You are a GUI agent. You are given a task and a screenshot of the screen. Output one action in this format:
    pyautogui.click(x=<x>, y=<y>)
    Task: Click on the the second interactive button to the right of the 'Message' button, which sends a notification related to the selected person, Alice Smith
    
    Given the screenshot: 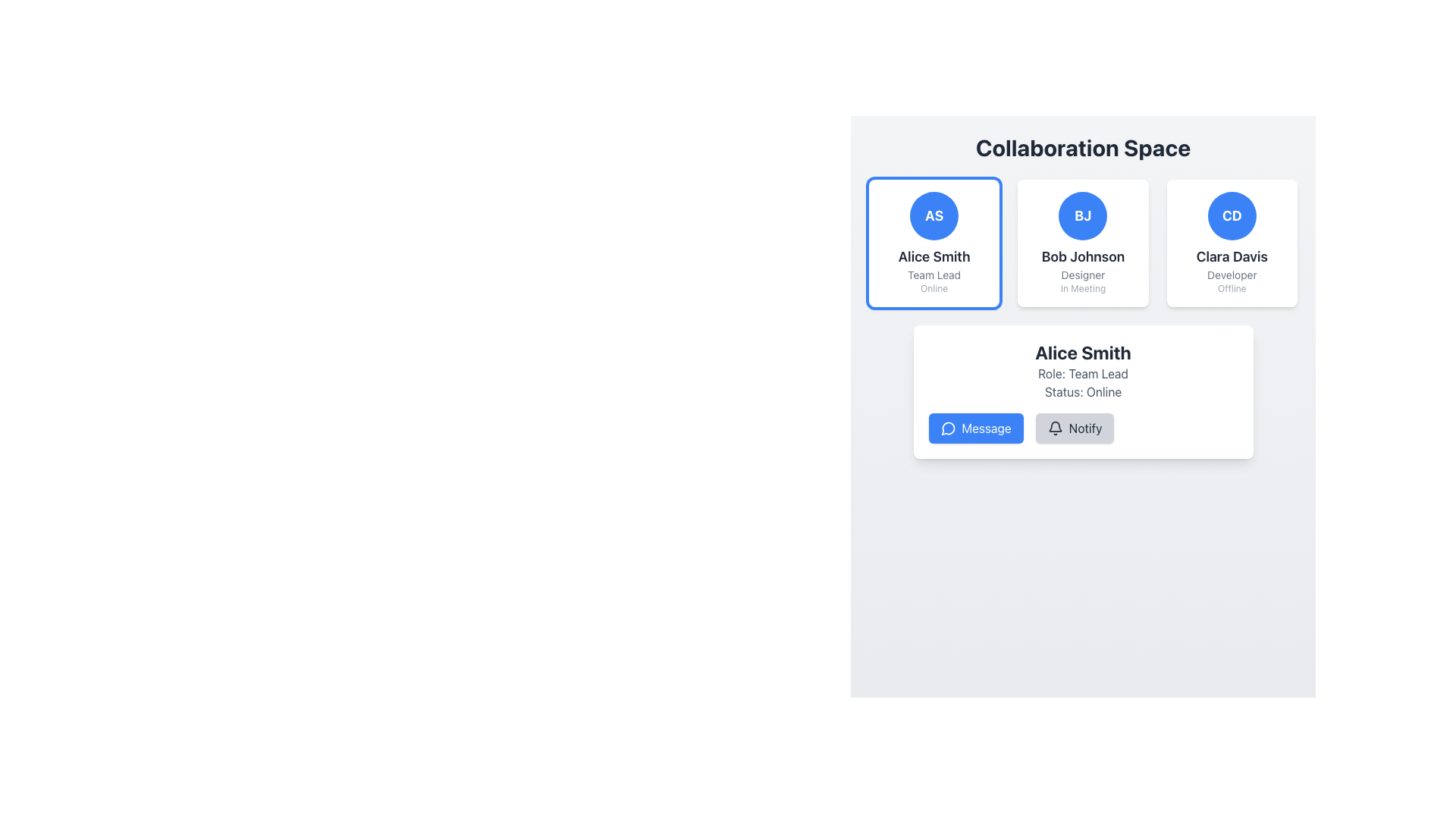 What is the action you would take?
    pyautogui.click(x=1074, y=428)
    